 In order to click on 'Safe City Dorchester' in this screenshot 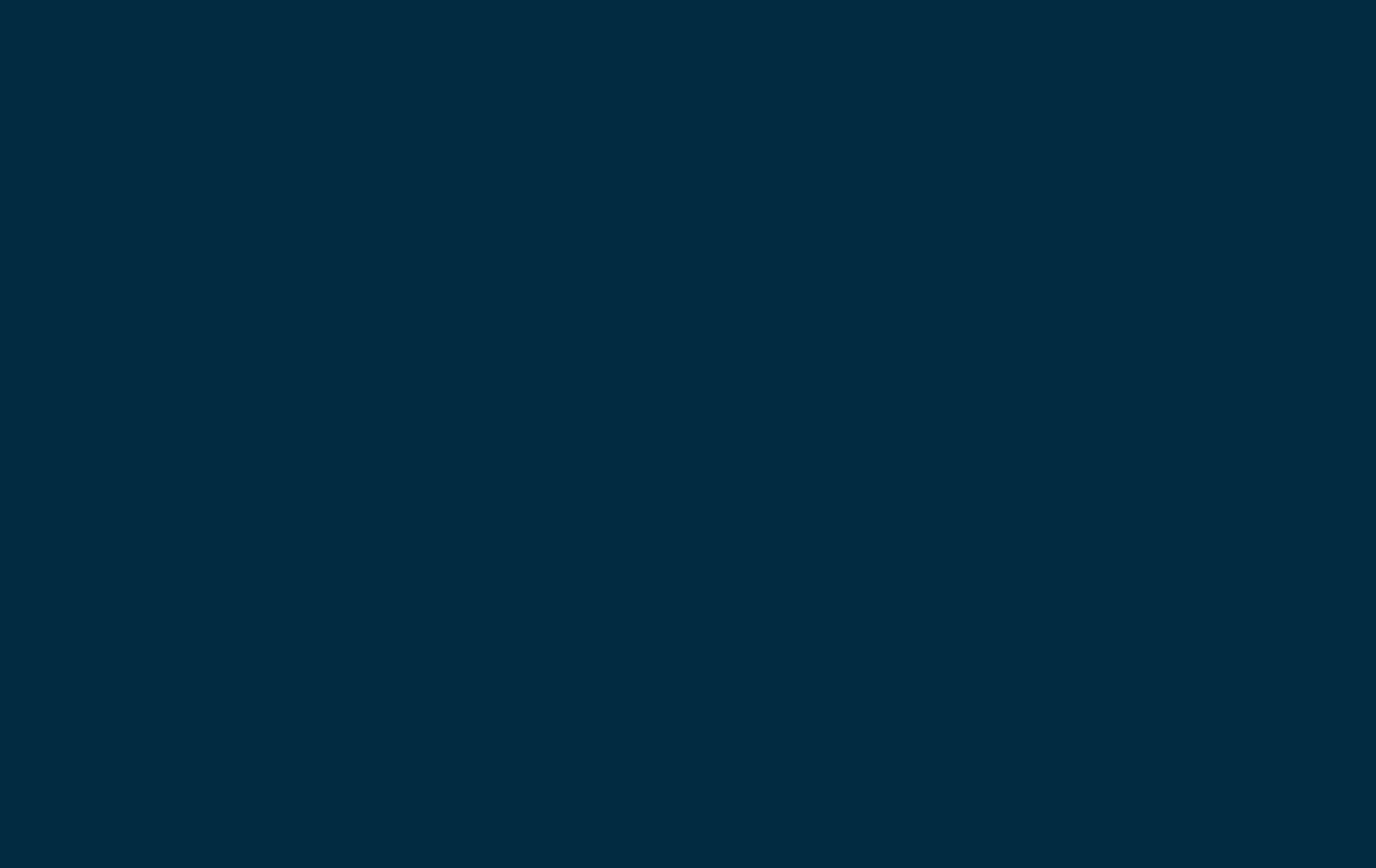, I will do `click(580, 167)`.